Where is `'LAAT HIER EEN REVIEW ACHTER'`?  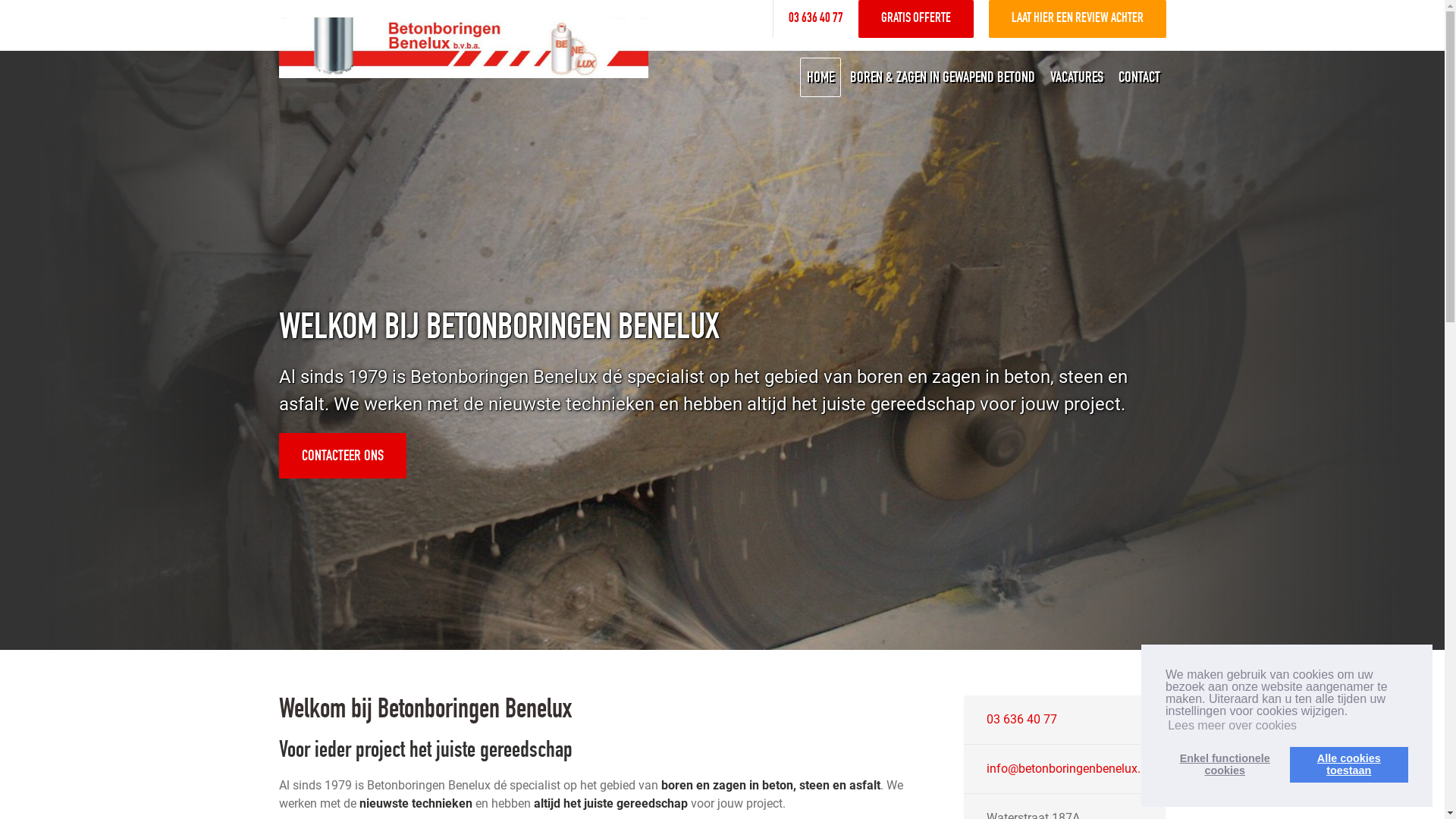 'LAAT HIER EEN REVIEW ACHTER' is located at coordinates (1076, 18).